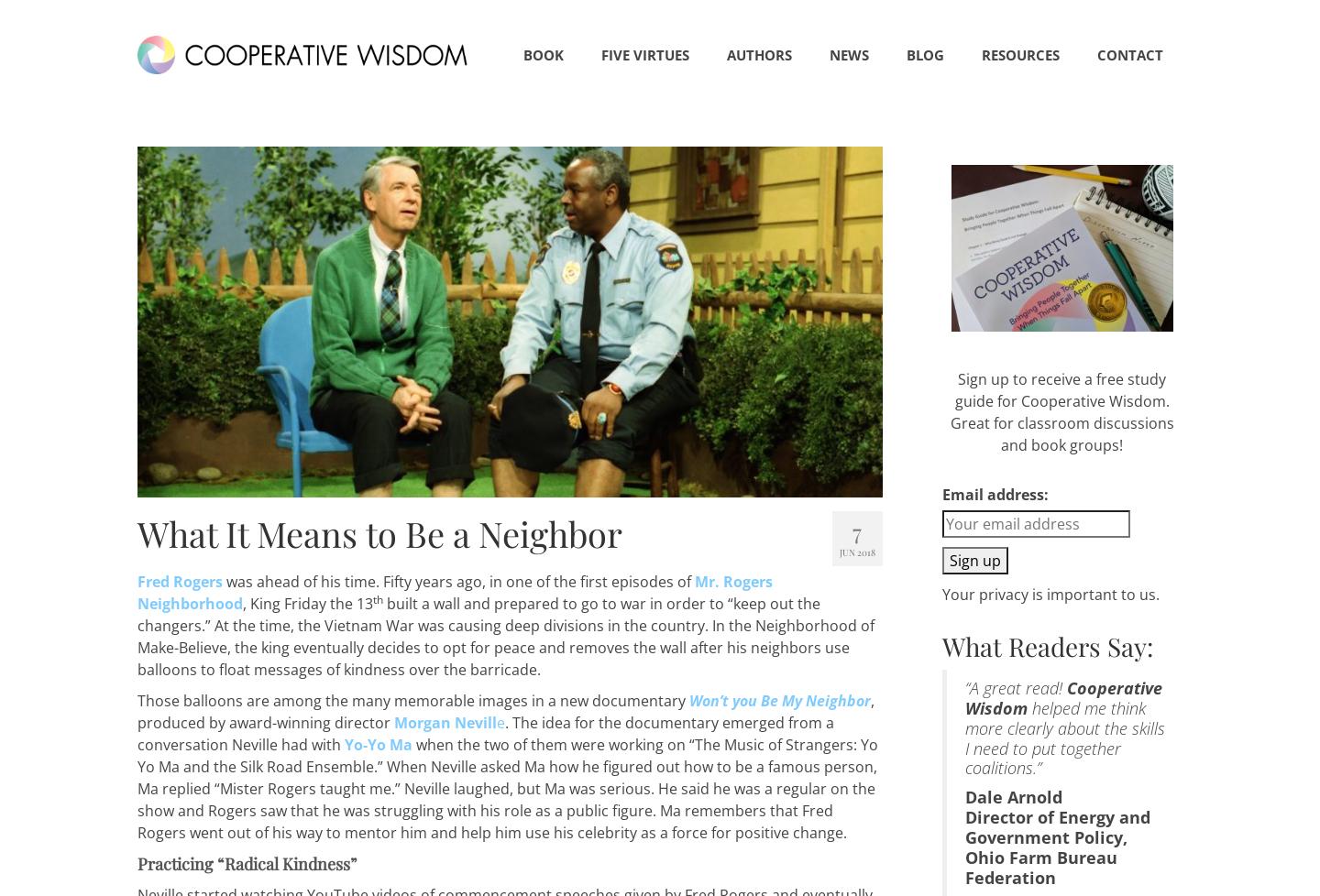 Image resolution: width=1320 pixels, height=896 pixels. Describe the element at coordinates (457, 582) in the screenshot. I see `'was ahead of his time. Fifty years ago, in one of the first episodes of'` at that location.